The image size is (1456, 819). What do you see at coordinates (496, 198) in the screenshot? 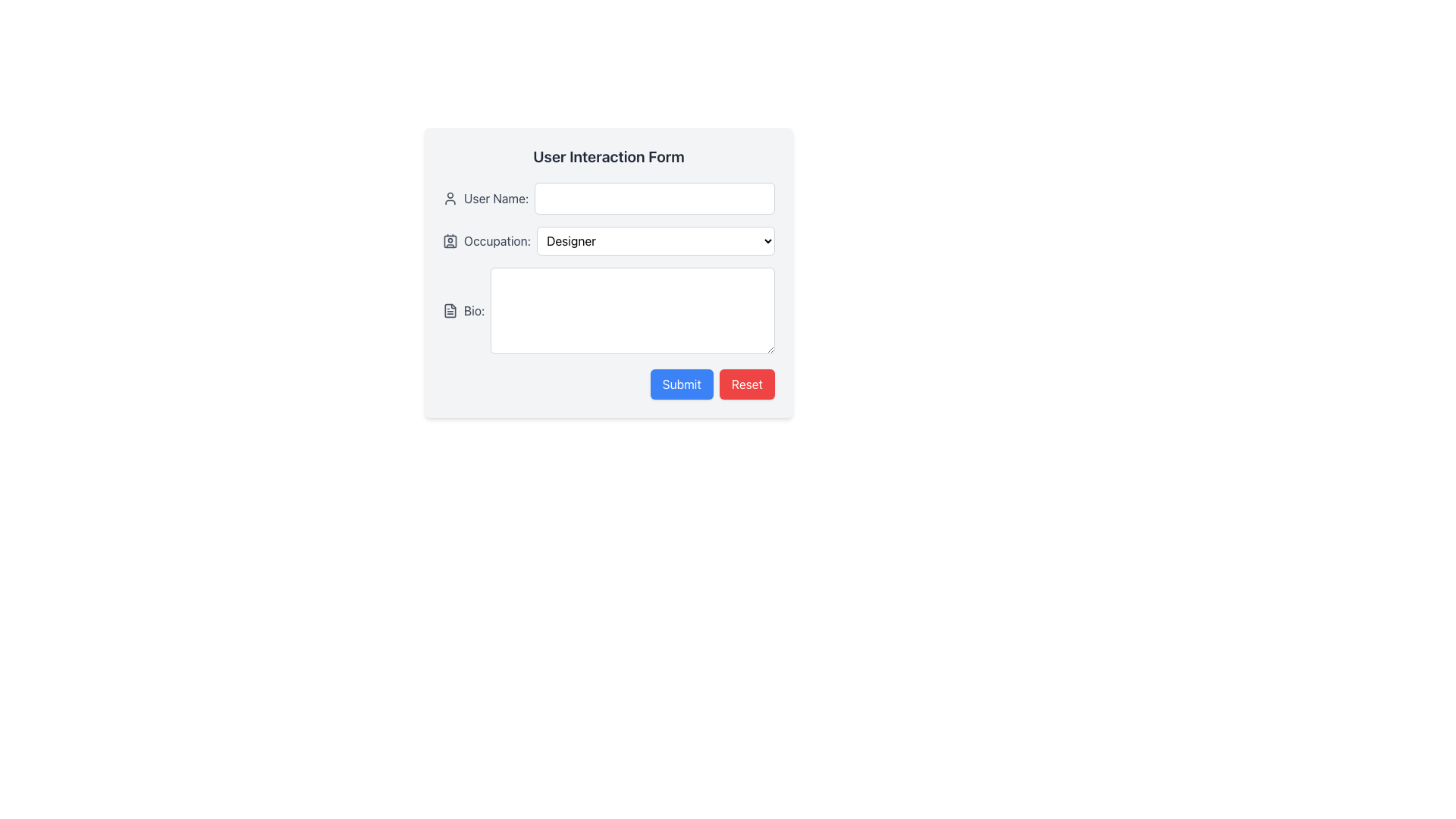
I see `the text label that reads 'User Name:' which is styled in gray and positioned to the right of a user icon graphic in the top left section of the form` at bounding box center [496, 198].